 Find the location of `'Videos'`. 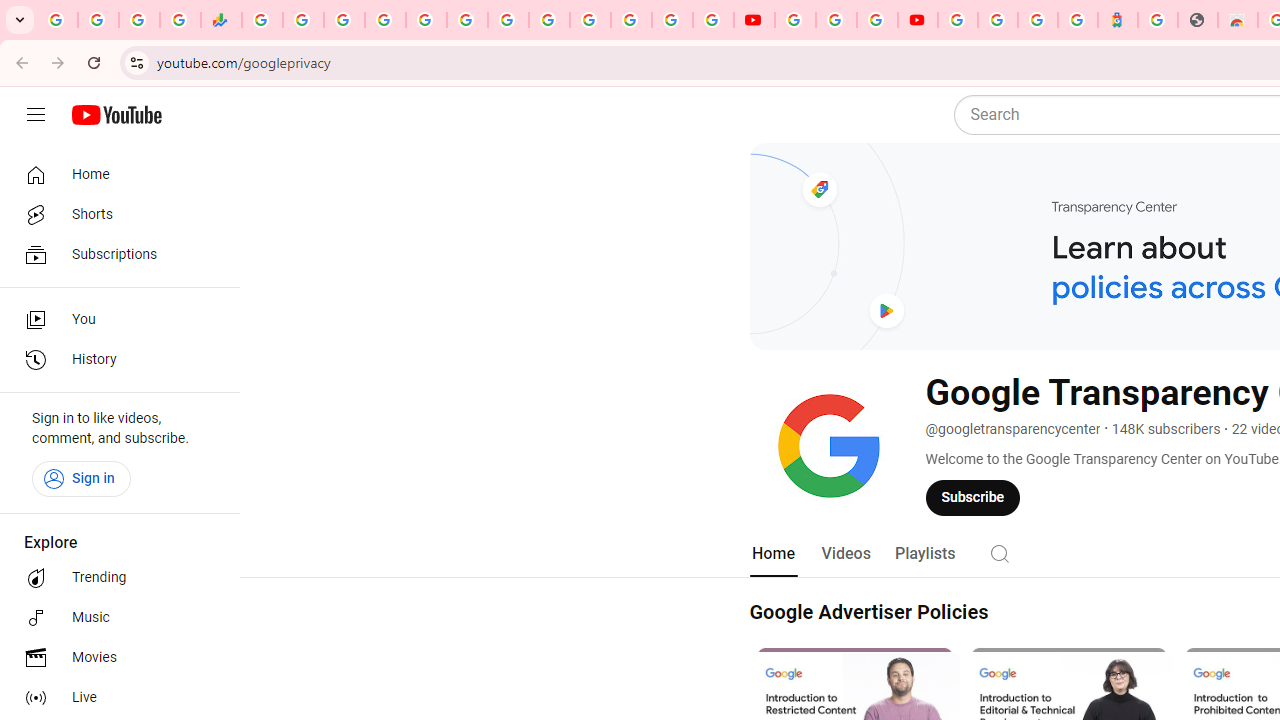

'Videos' is located at coordinates (845, 553).